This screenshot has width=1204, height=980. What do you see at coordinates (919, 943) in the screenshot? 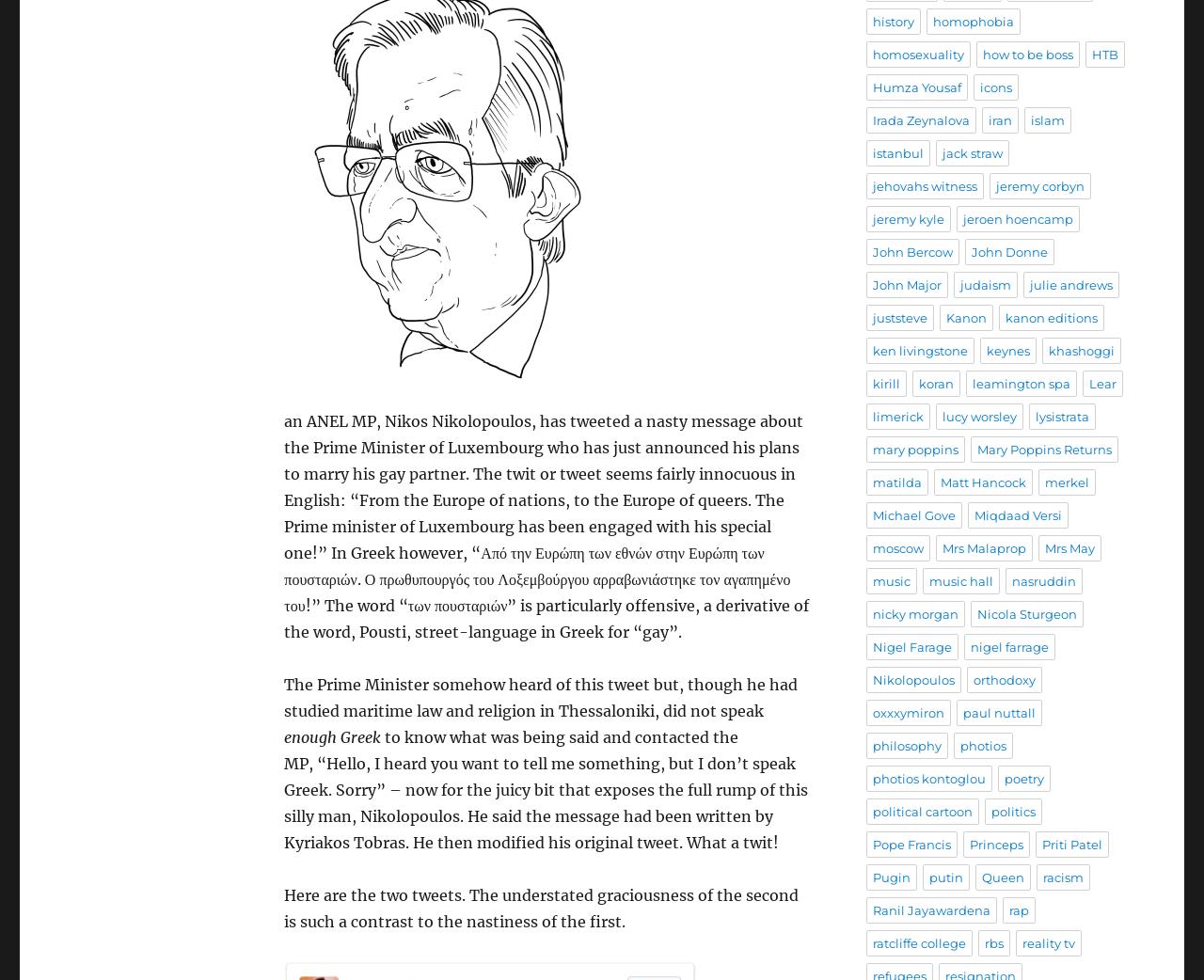
I see `'ratcliffe college'` at bounding box center [919, 943].